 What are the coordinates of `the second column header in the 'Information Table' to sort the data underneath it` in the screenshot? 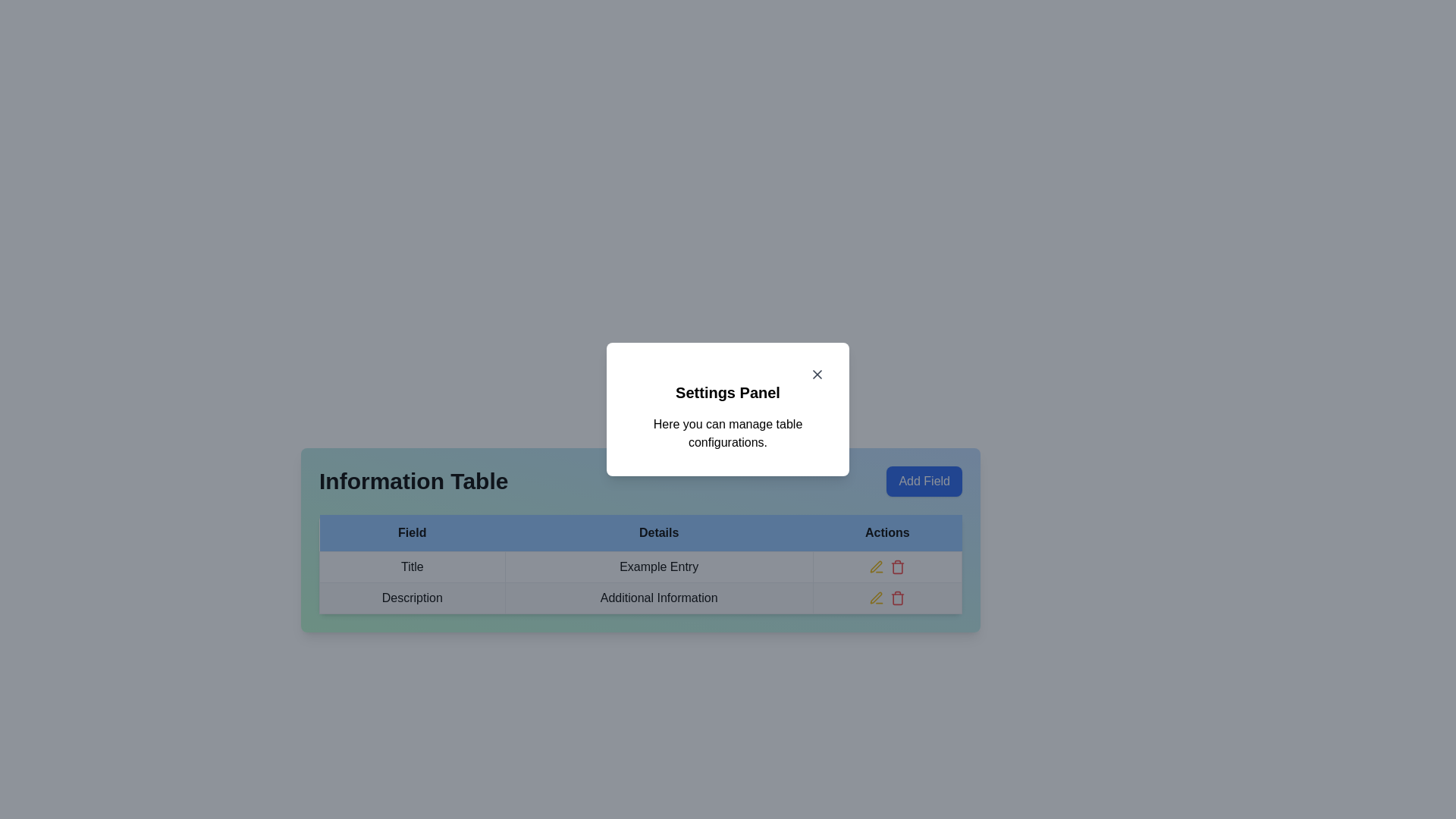 It's located at (640, 539).